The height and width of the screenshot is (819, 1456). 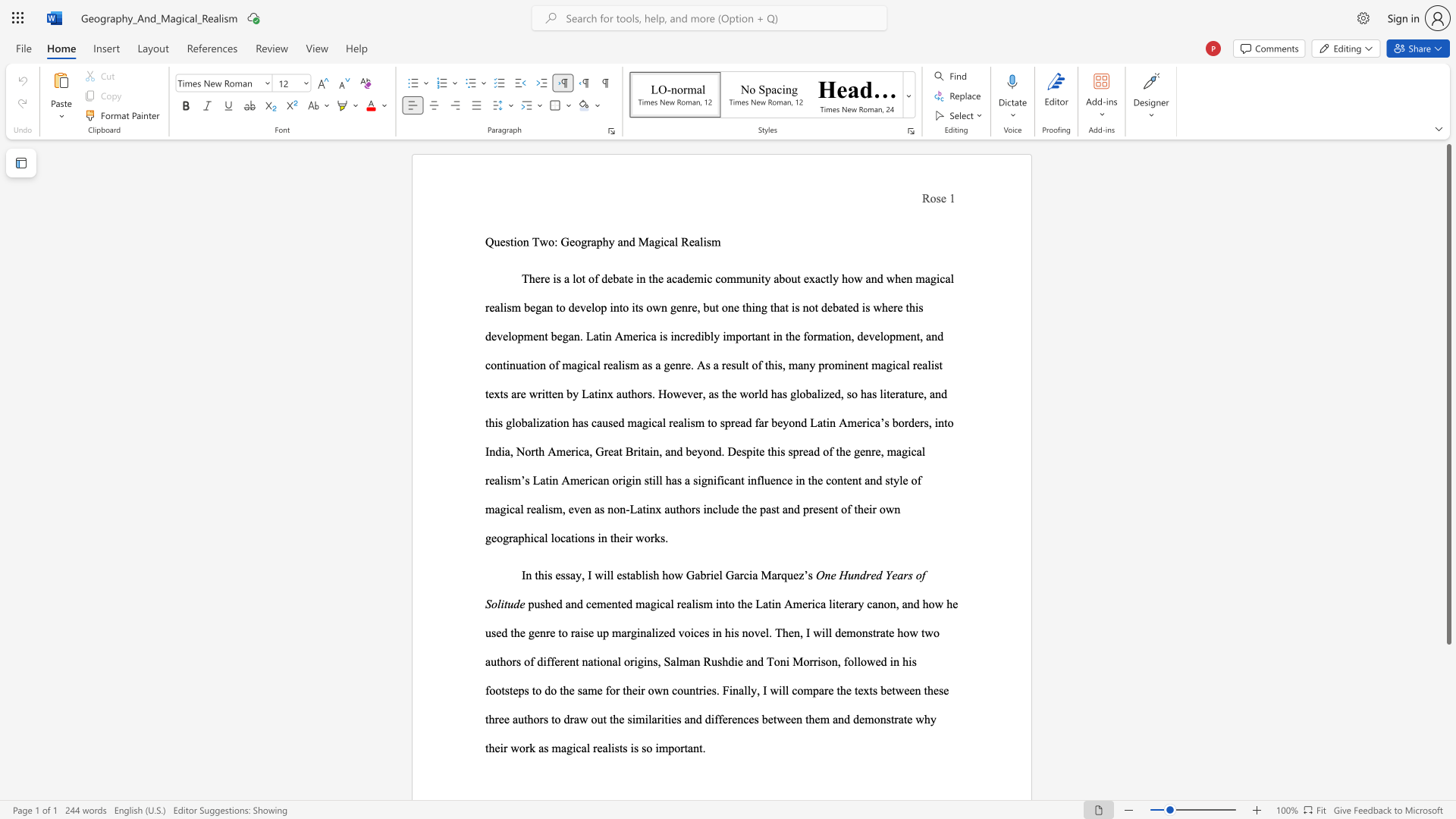 What do you see at coordinates (1448, 734) in the screenshot?
I see `the scrollbar to adjust the page downward` at bounding box center [1448, 734].